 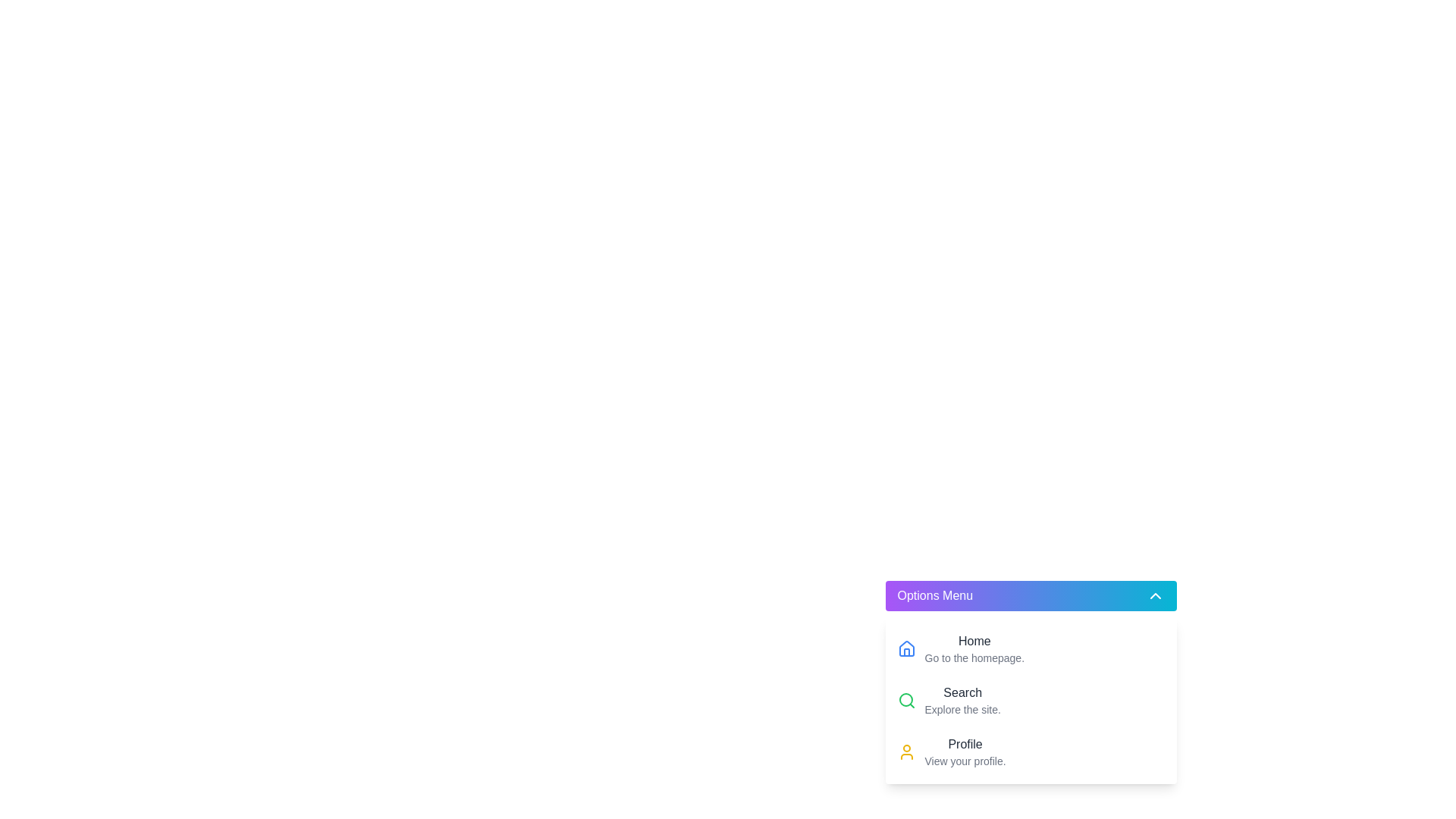 I want to click on the circular green graphical element located at the top right section of the 'Options Menu', adjacent to the 'Search' label, so click(x=905, y=699).